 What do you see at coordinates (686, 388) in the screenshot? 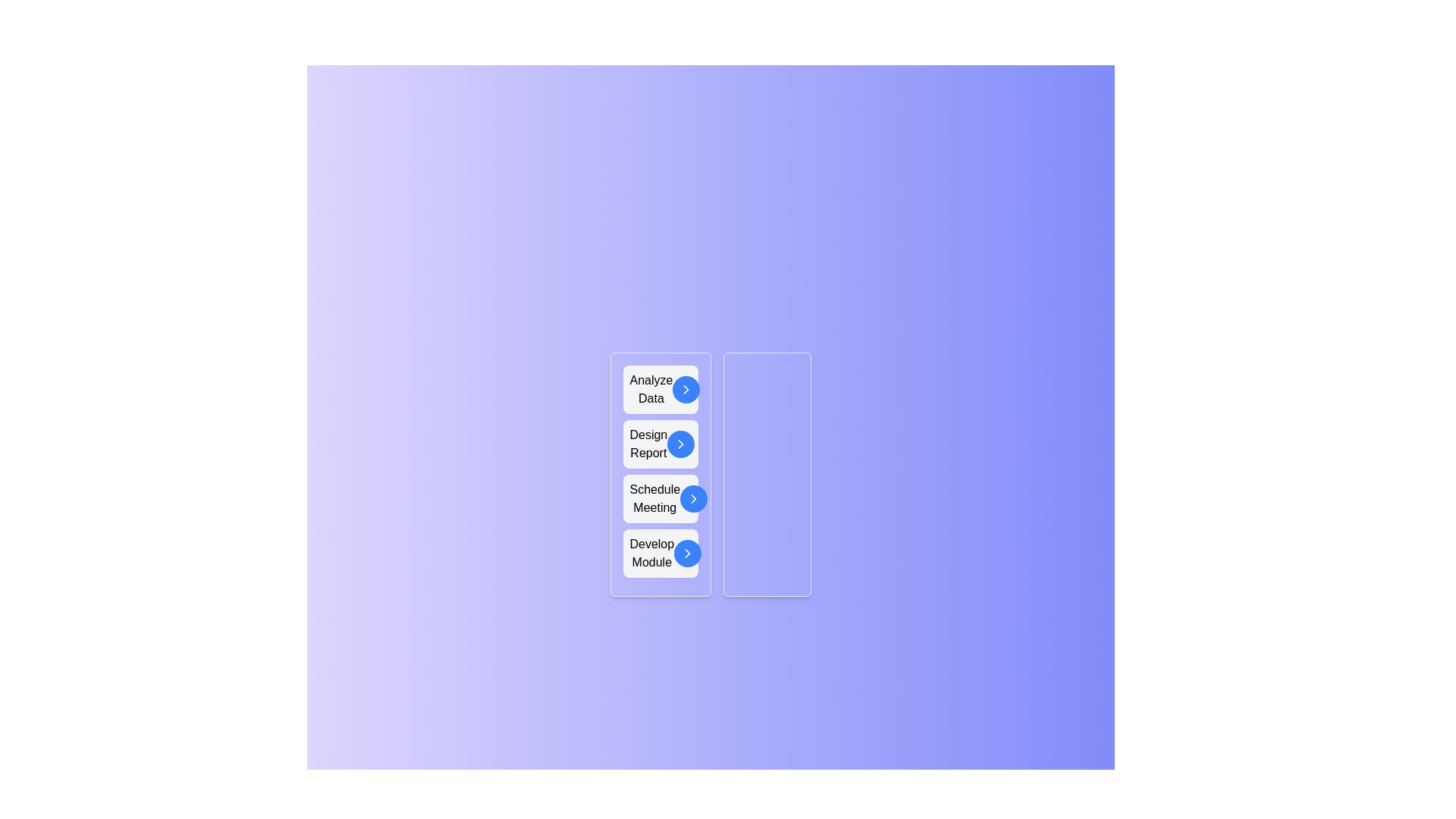
I see `arrow button next to the task 'Analyze Data' in the 'Unassigned Tasks' list` at bounding box center [686, 388].